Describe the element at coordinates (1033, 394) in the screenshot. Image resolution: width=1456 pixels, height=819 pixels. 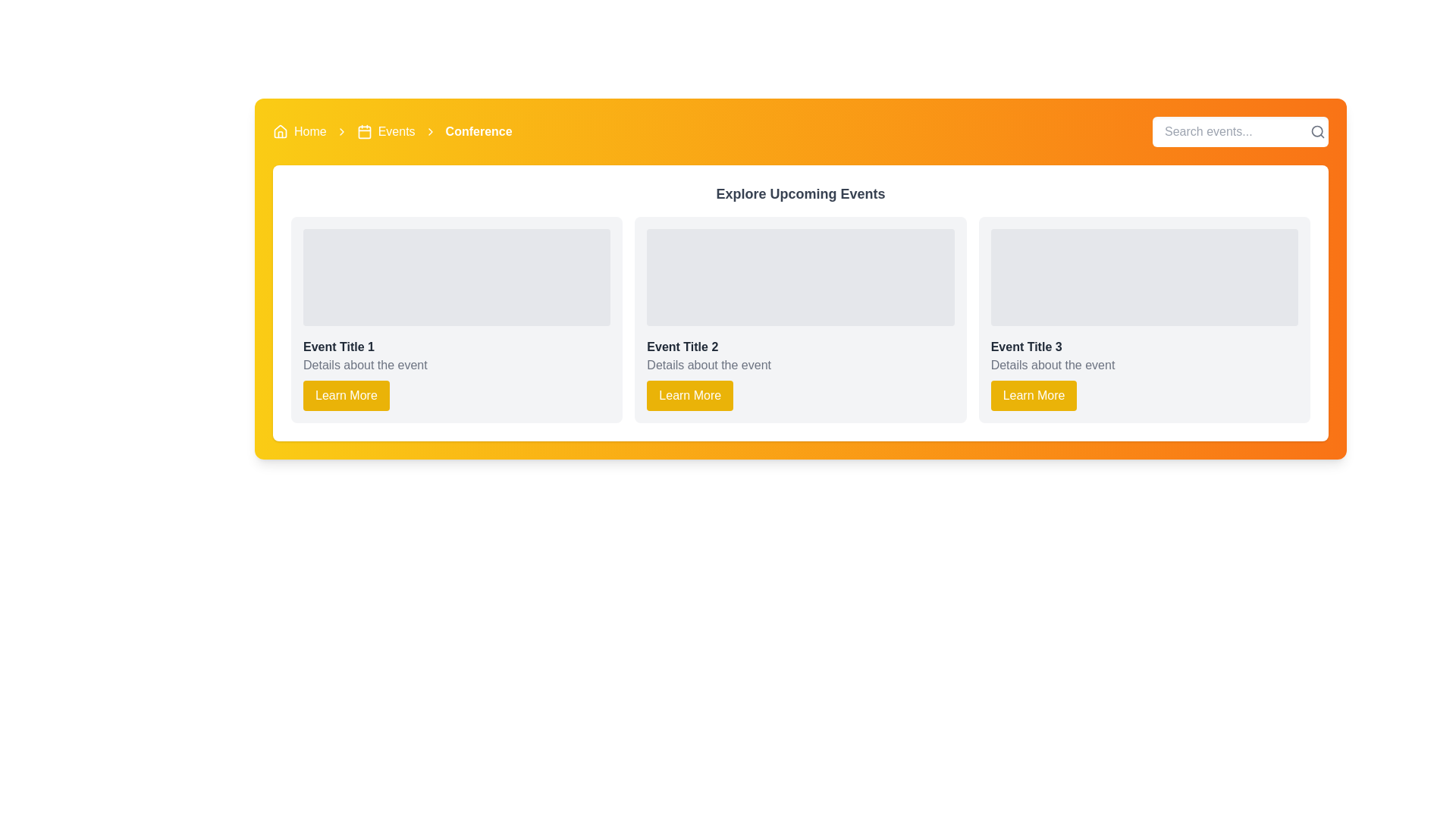
I see `the button located at the bottom-right corner of the event card labeled 'Event Title 3'` at that location.